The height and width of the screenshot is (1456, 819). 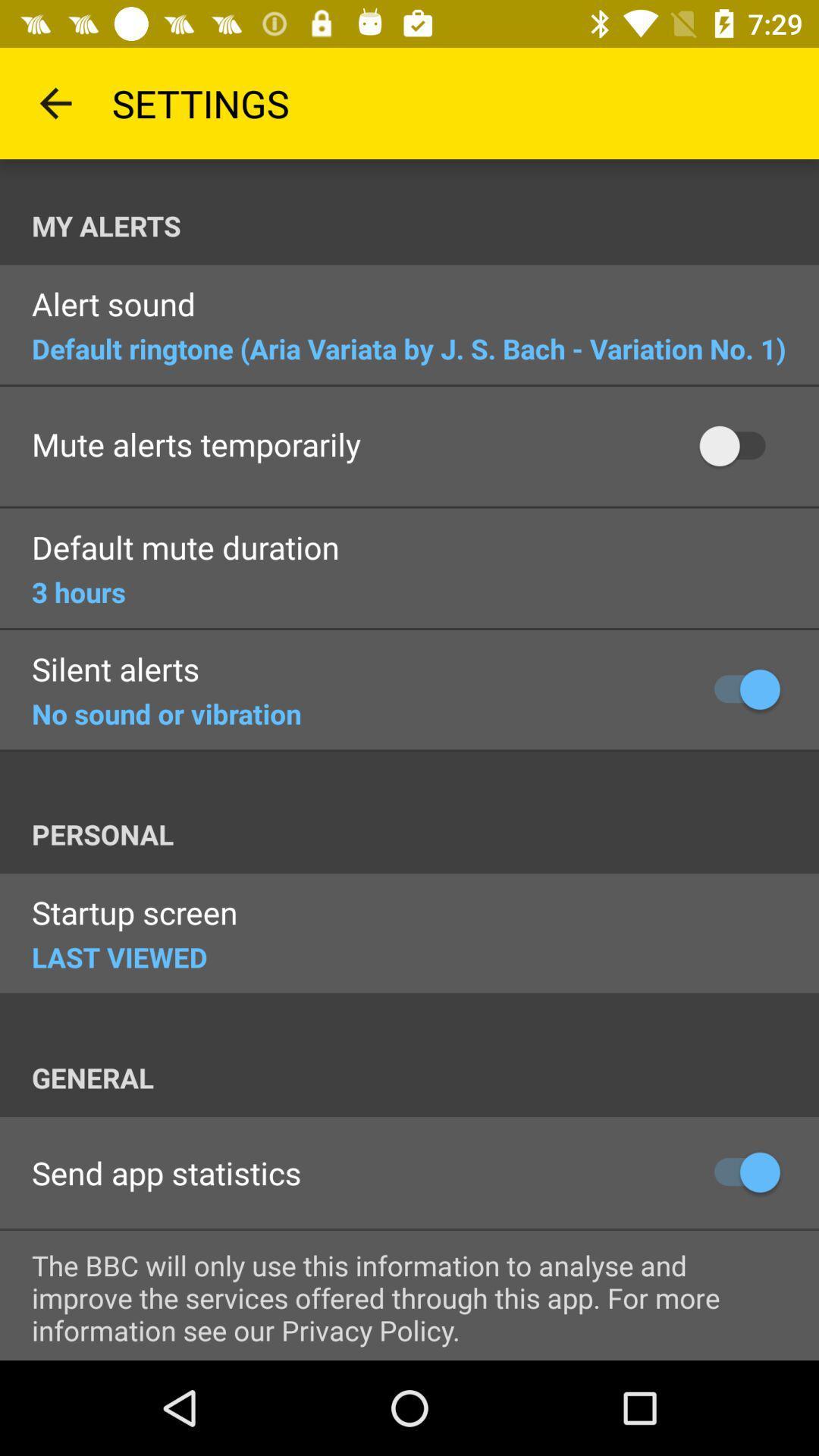 What do you see at coordinates (166, 713) in the screenshot?
I see `no sound or item` at bounding box center [166, 713].